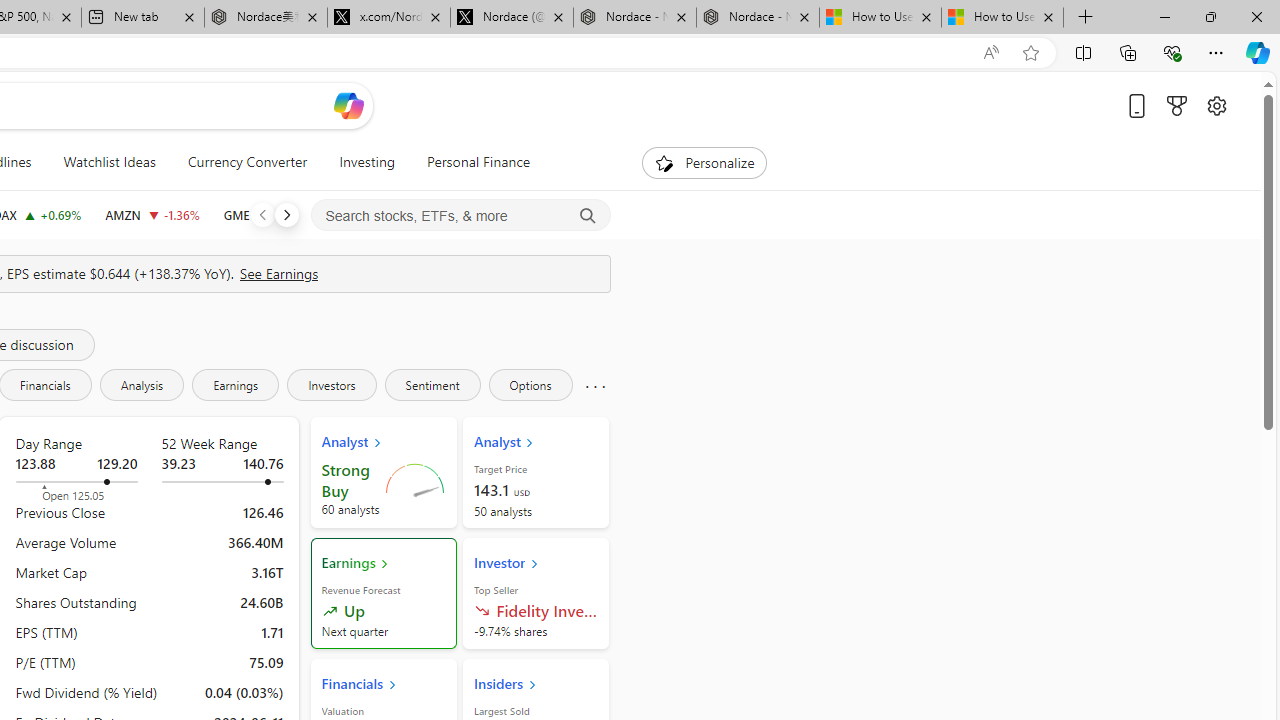 The height and width of the screenshot is (720, 1280). I want to click on 'Watchlist Ideas', so click(108, 162).